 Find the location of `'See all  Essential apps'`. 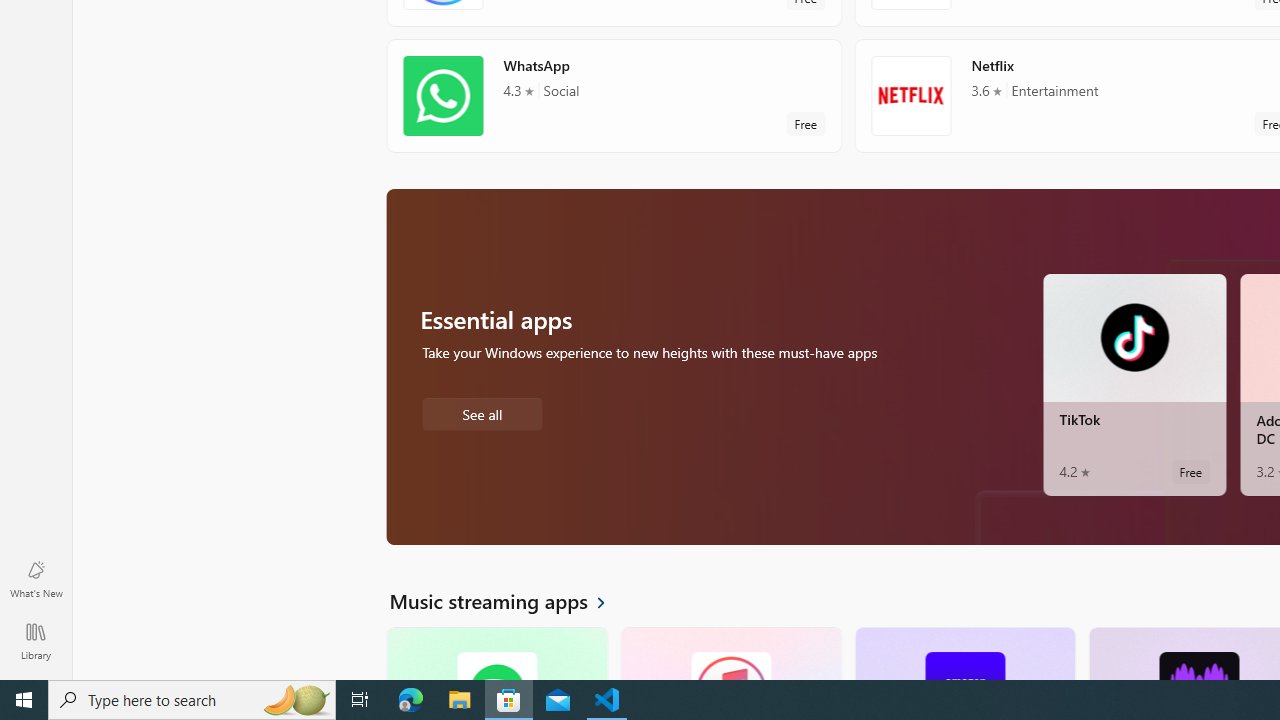

'See all  Essential apps' is located at coordinates (481, 411).